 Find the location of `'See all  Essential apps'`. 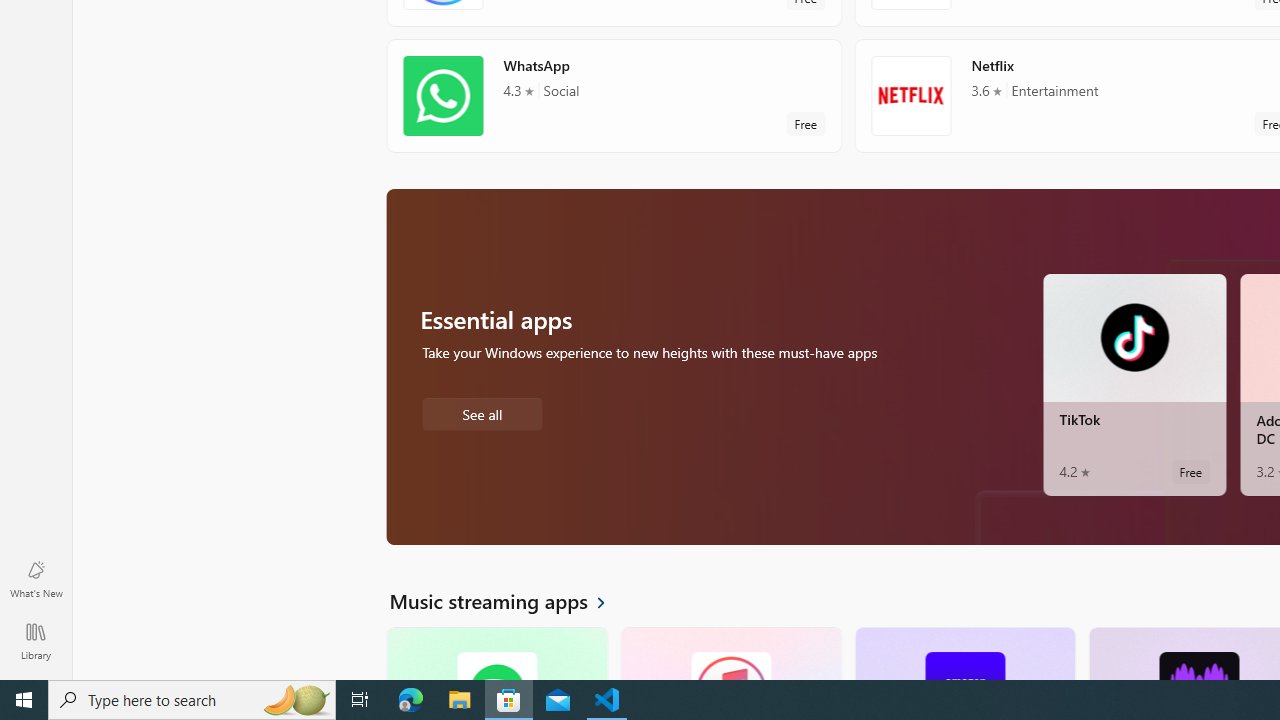

'See all  Essential apps' is located at coordinates (481, 411).